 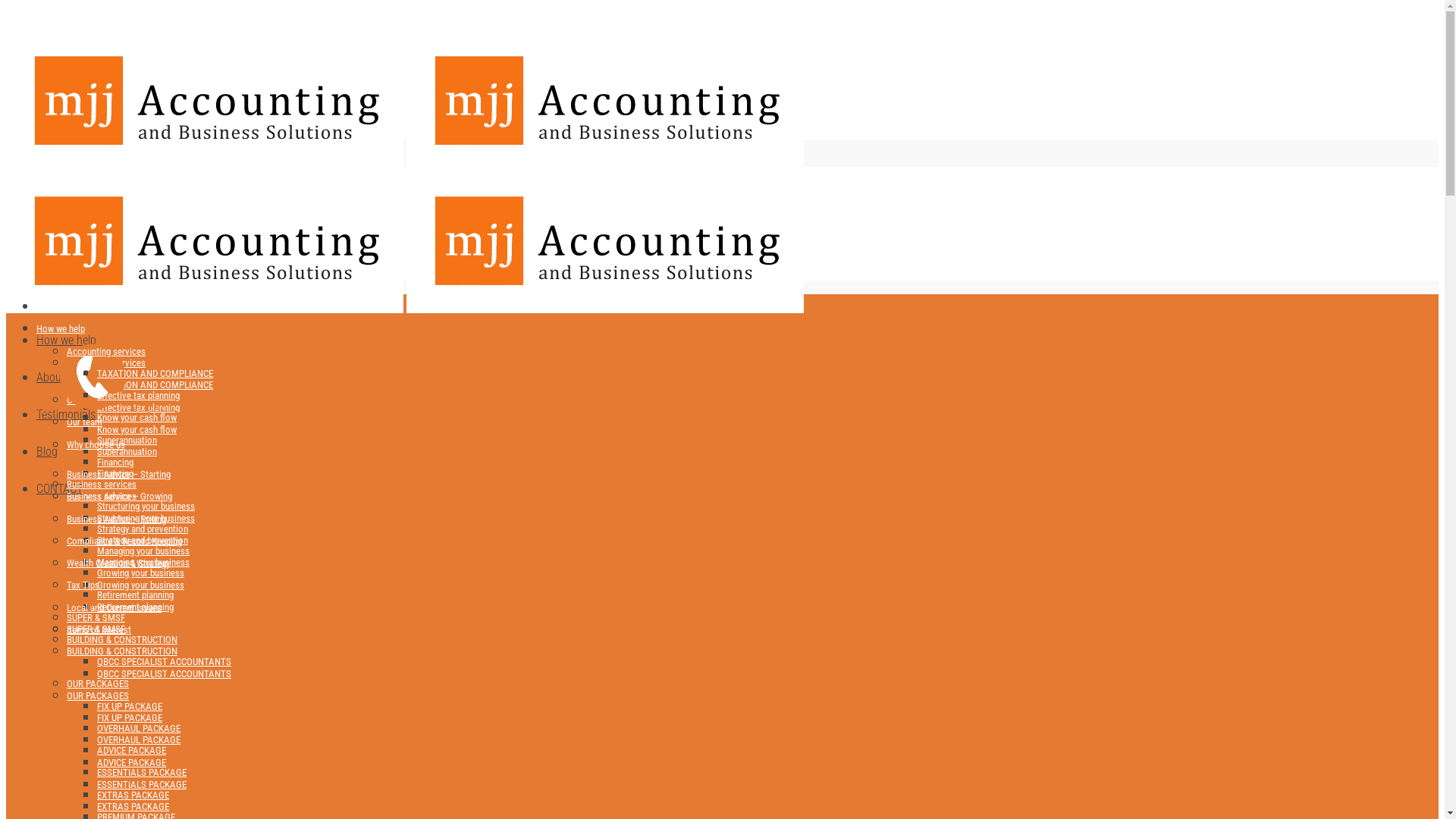 I want to click on 'Know your cash flow', so click(x=136, y=417).